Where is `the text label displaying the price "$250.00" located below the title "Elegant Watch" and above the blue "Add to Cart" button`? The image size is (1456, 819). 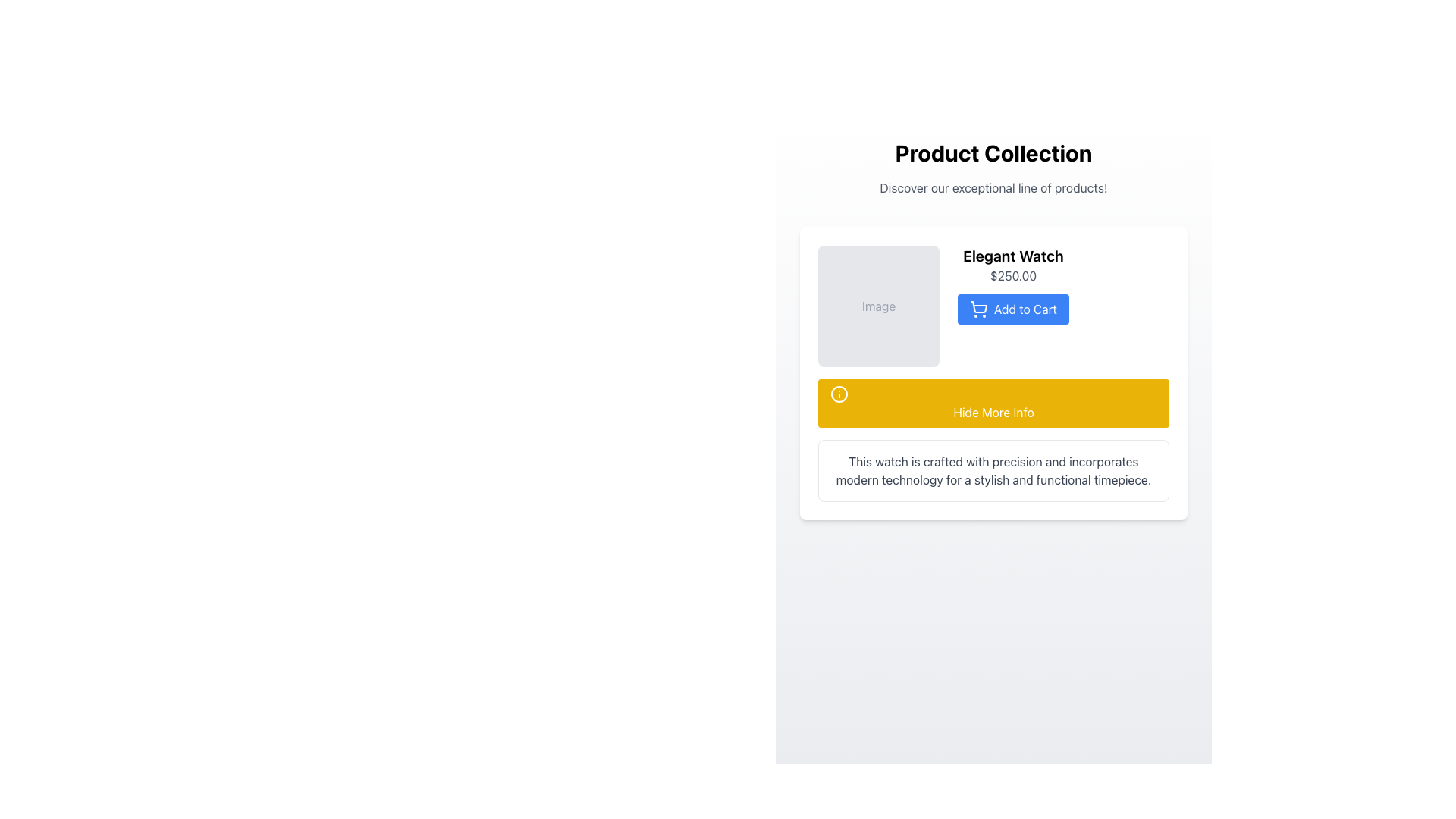 the text label displaying the price "$250.00" located below the title "Elegant Watch" and above the blue "Add to Cart" button is located at coordinates (1013, 275).